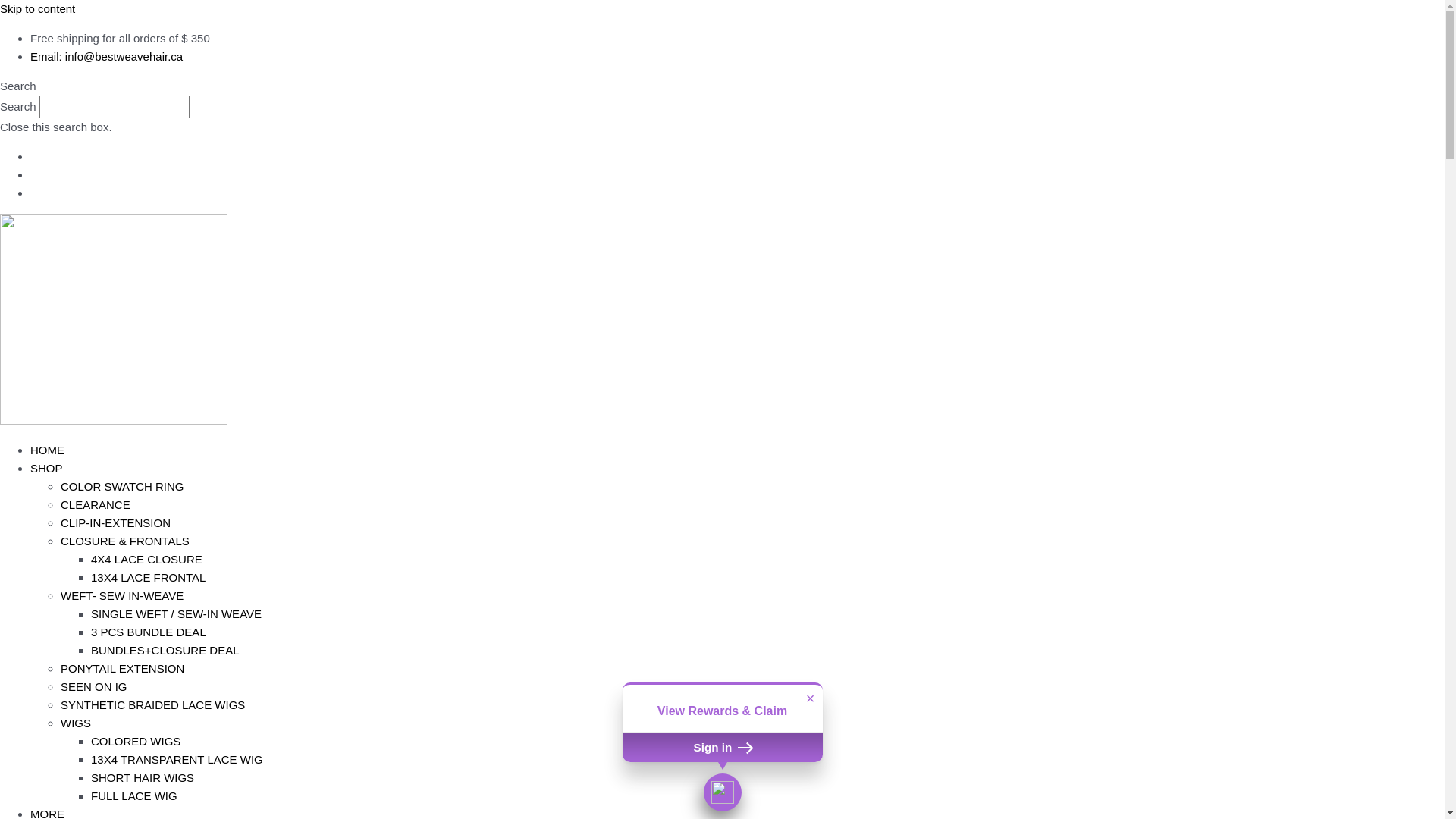 The width and height of the screenshot is (1456, 819). Describe the element at coordinates (124, 540) in the screenshot. I see `'CLOSURE & FRONTALS'` at that location.